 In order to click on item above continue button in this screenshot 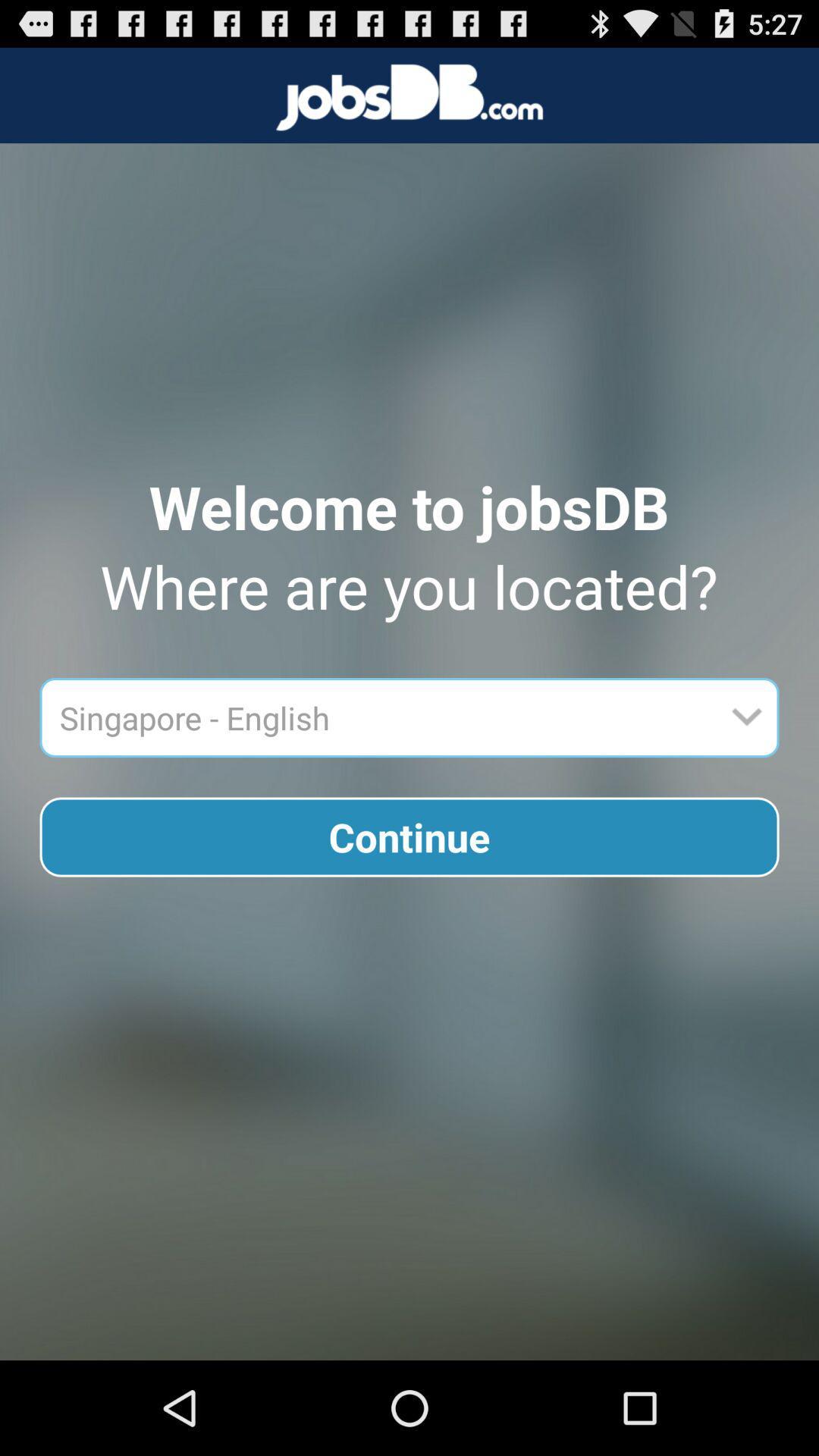, I will do `click(382, 717)`.